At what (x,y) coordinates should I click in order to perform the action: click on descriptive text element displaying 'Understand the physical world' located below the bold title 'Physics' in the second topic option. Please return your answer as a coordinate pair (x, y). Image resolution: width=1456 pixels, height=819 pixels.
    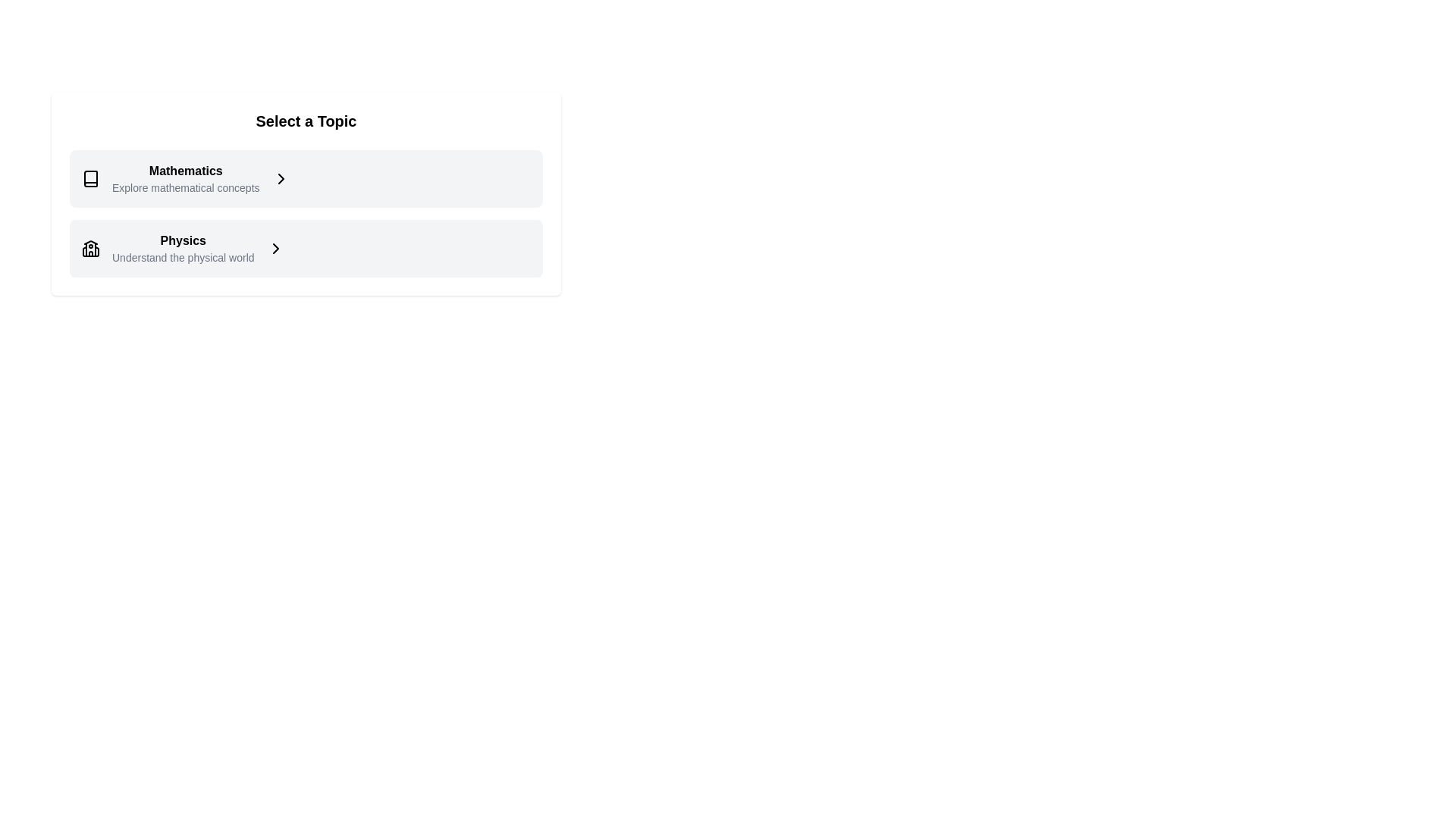
    Looking at the image, I should click on (182, 256).